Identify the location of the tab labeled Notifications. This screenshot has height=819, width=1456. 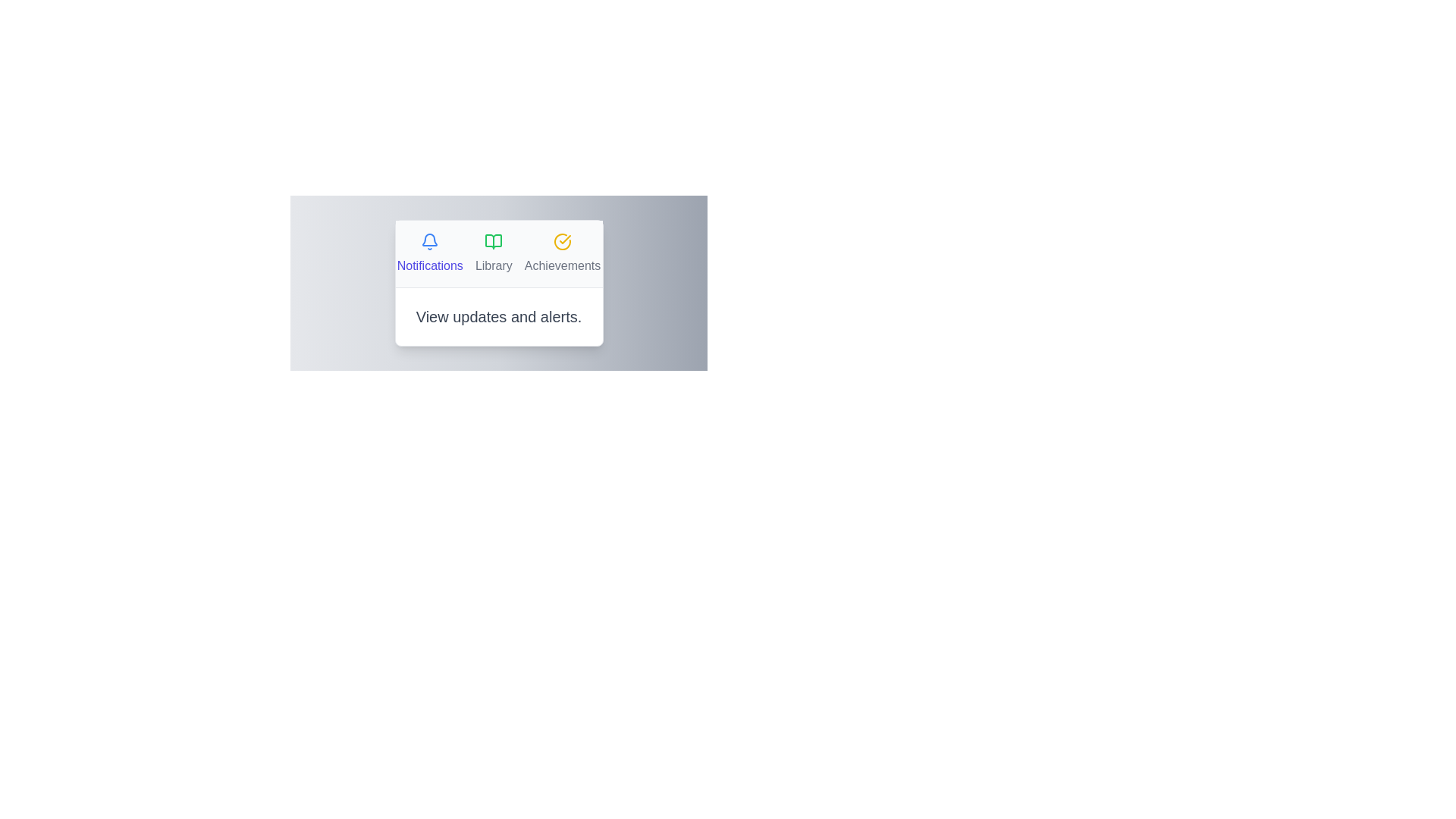
(428, 253).